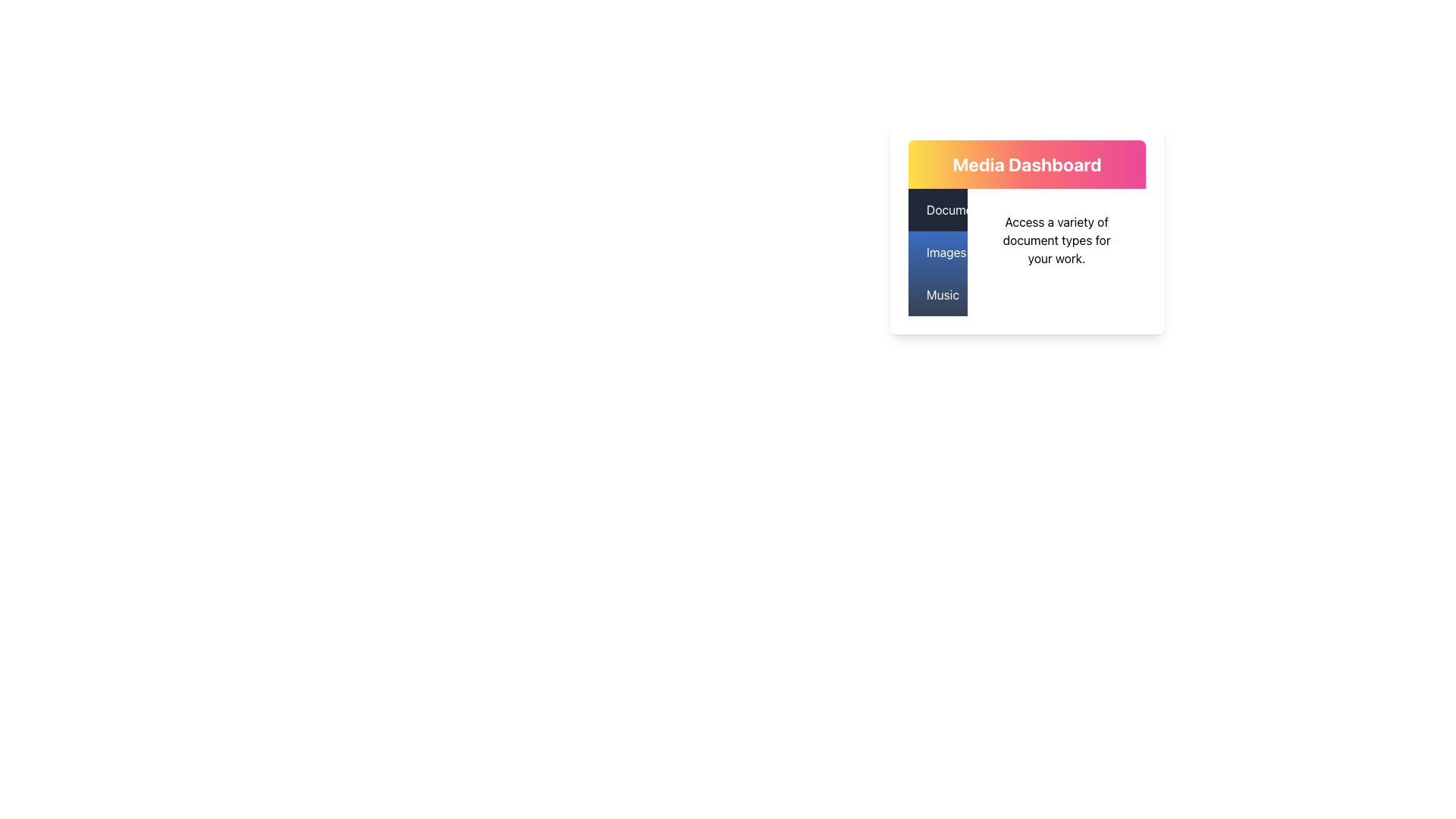  What do you see at coordinates (957, 210) in the screenshot?
I see `the first entry in the vertical list of options under 'Media Dashboard'` at bounding box center [957, 210].